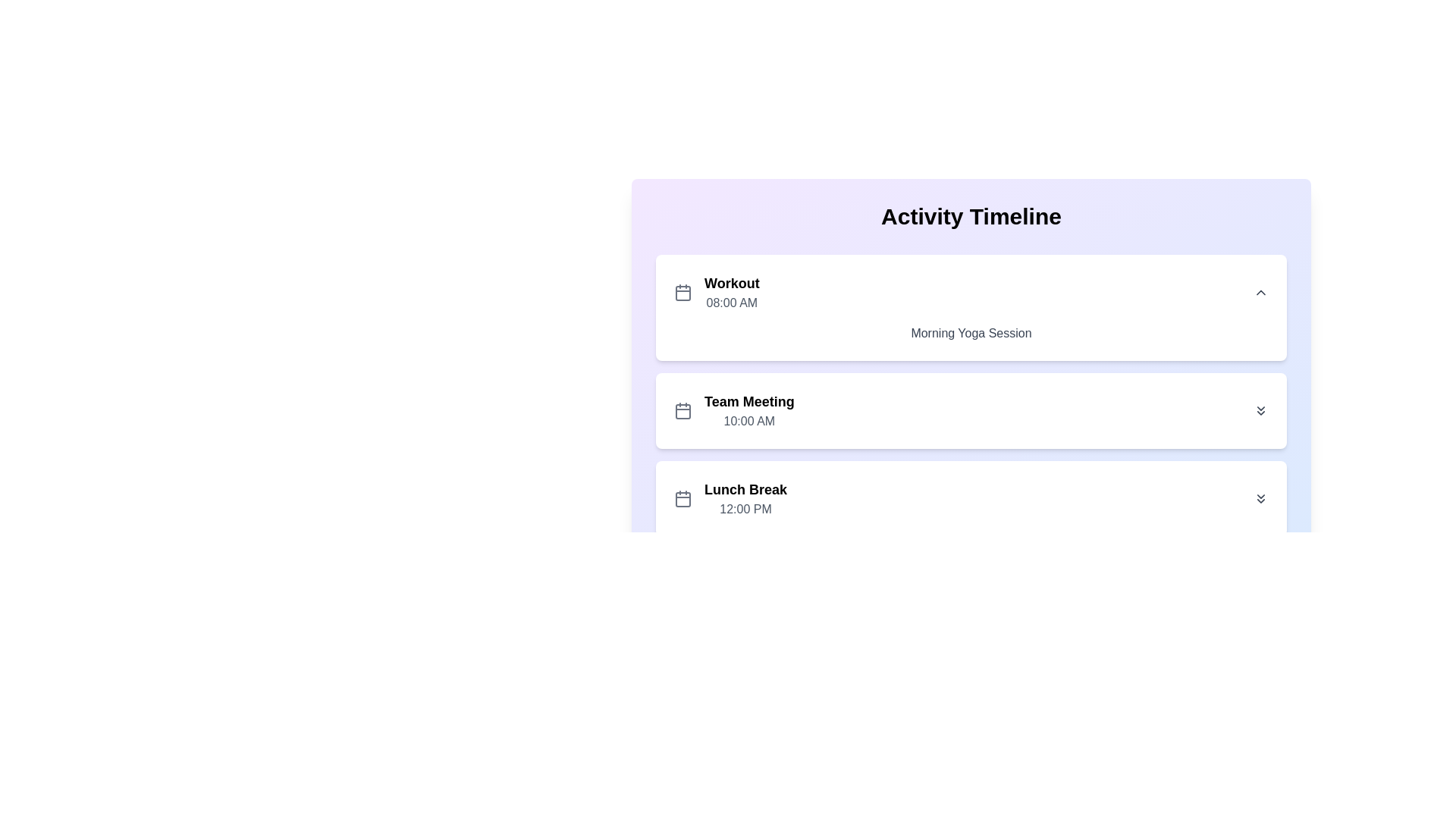  I want to click on the 'Workout' activity entry, so click(971, 292).